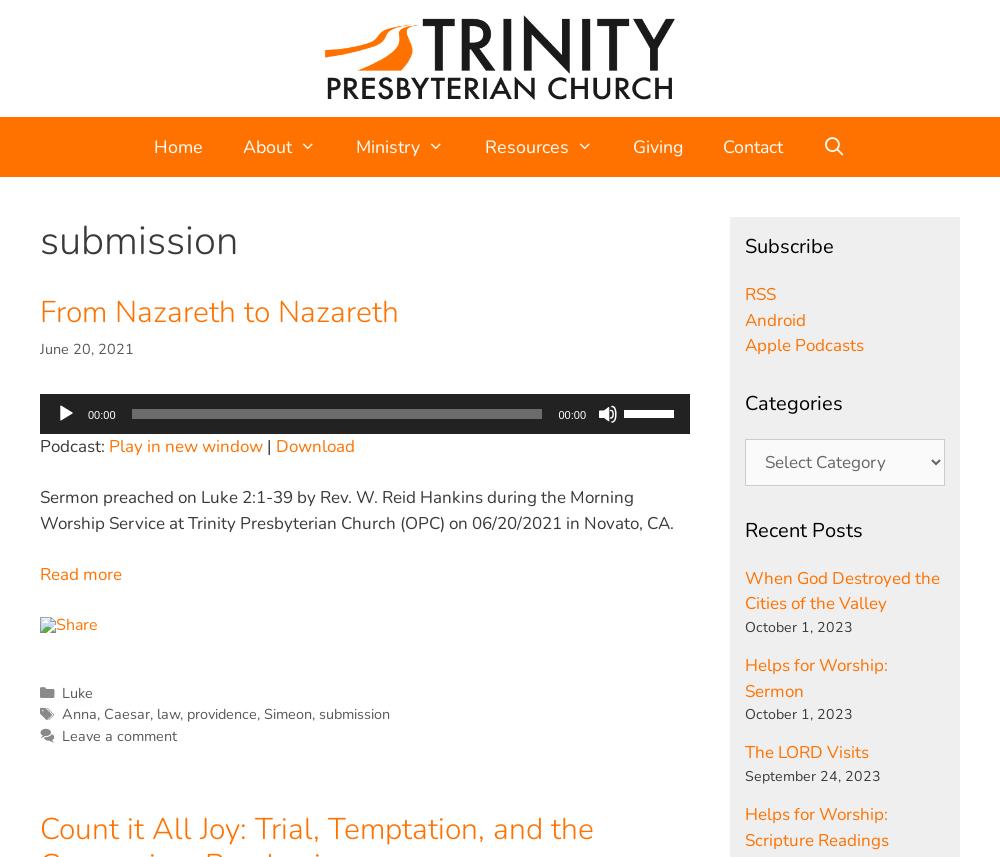 This screenshot has height=857, width=1000. What do you see at coordinates (812, 774) in the screenshot?
I see `'September 24, 2023'` at bounding box center [812, 774].